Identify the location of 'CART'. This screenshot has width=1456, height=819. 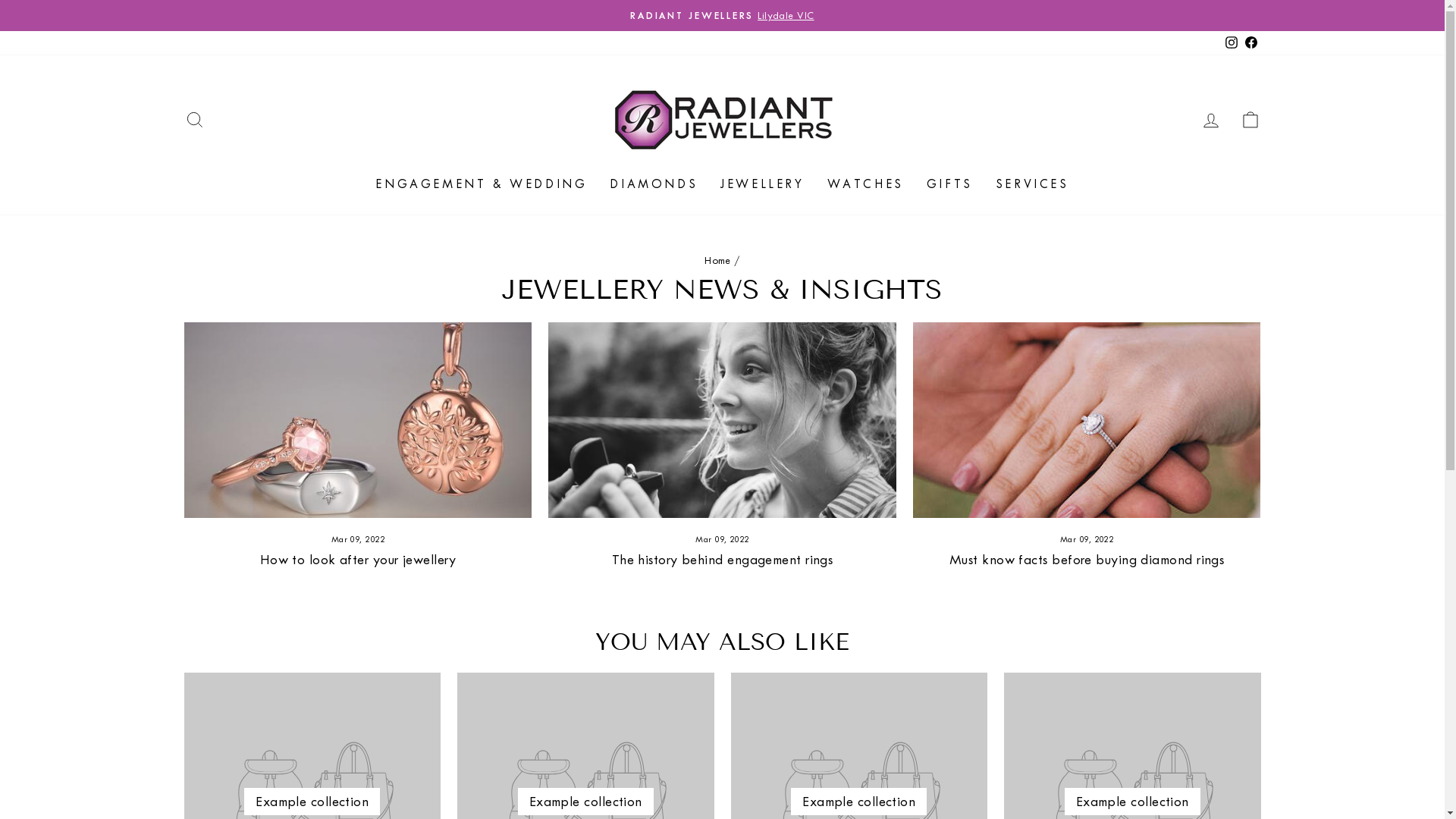
(1230, 118).